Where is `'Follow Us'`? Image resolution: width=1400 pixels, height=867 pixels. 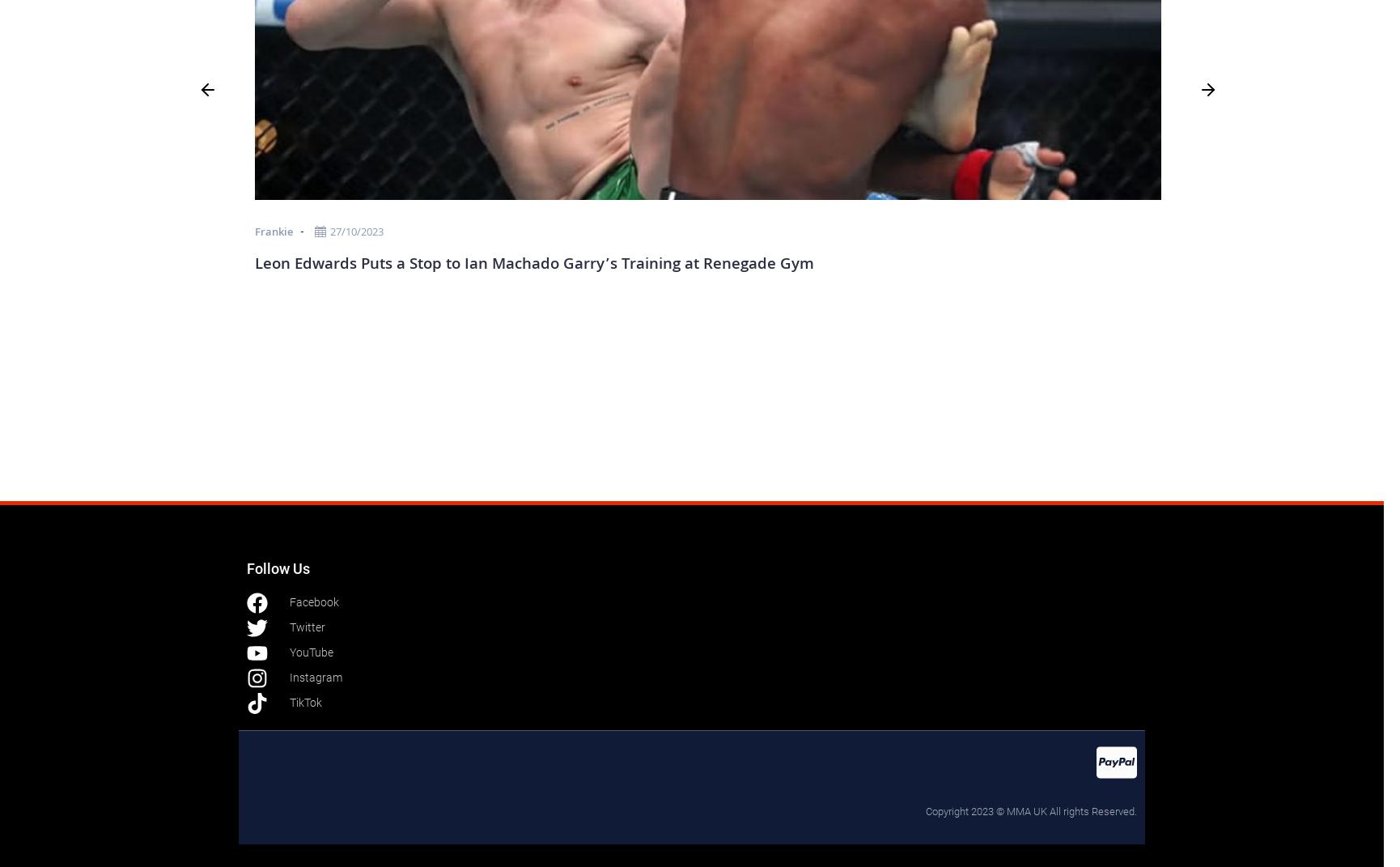 'Follow Us' is located at coordinates (278, 567).